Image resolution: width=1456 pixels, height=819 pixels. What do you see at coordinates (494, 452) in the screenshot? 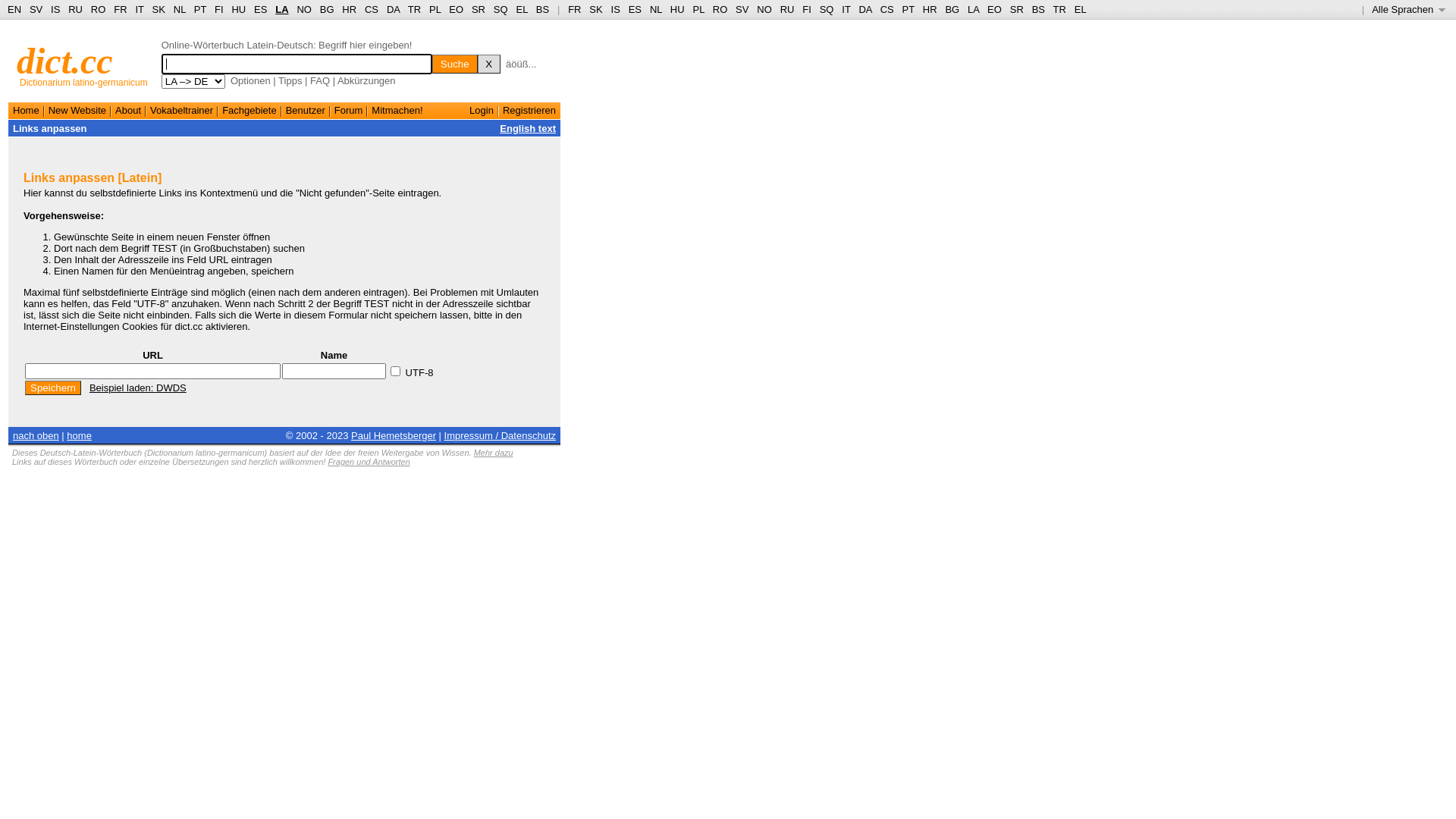
I see `'Mehr dazu'` at bounding box center [494, 452].